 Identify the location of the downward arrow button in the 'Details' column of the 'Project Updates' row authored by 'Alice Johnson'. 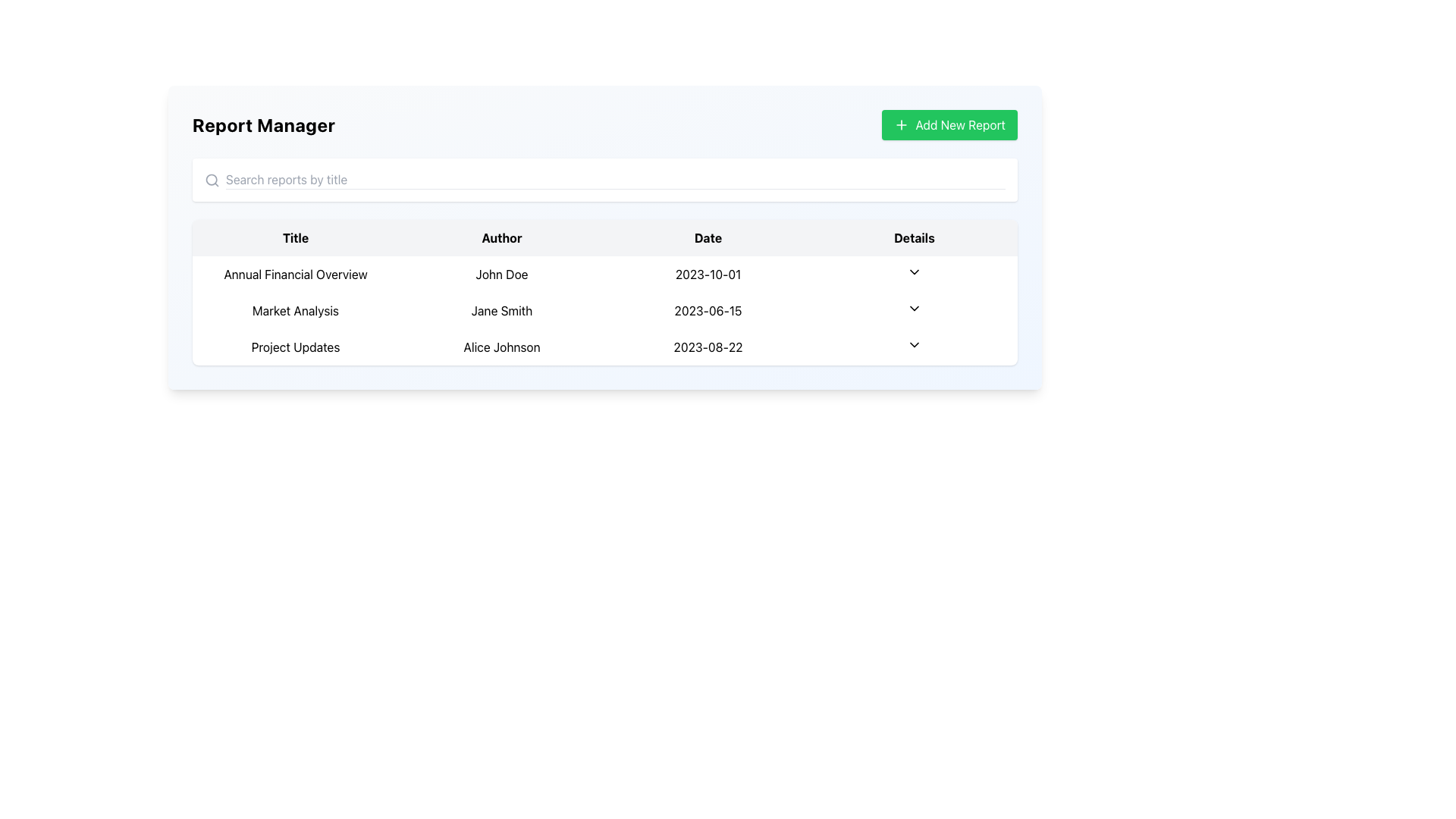
(913, 347).